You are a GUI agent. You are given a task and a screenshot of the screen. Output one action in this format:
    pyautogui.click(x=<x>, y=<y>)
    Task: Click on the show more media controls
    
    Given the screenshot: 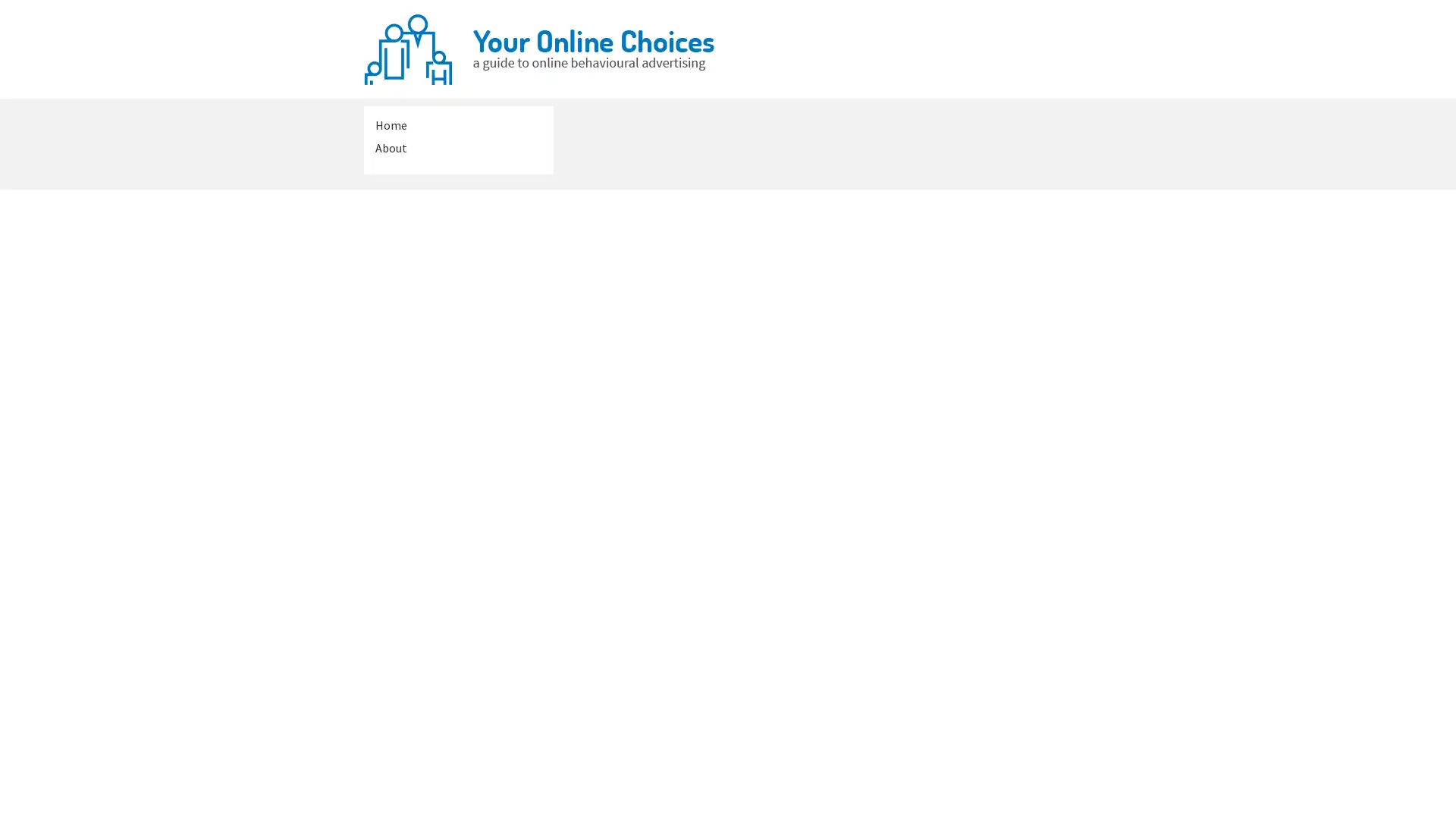 What is the action you would take?
    pyautogui.click(x=1030, y=693)
    